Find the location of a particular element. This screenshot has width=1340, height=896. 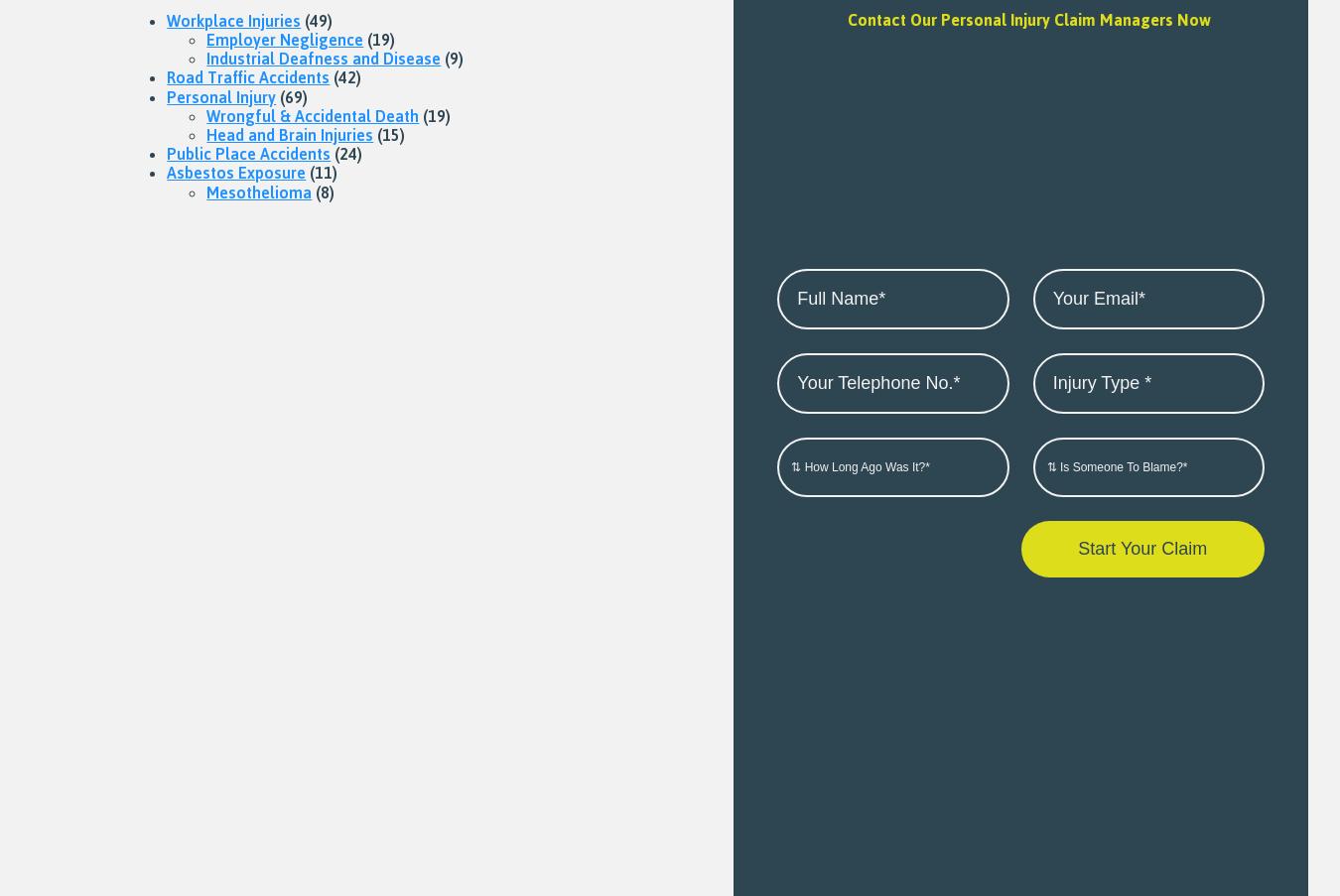

'Public Place Accidents' is located at coordinates (247, 153).